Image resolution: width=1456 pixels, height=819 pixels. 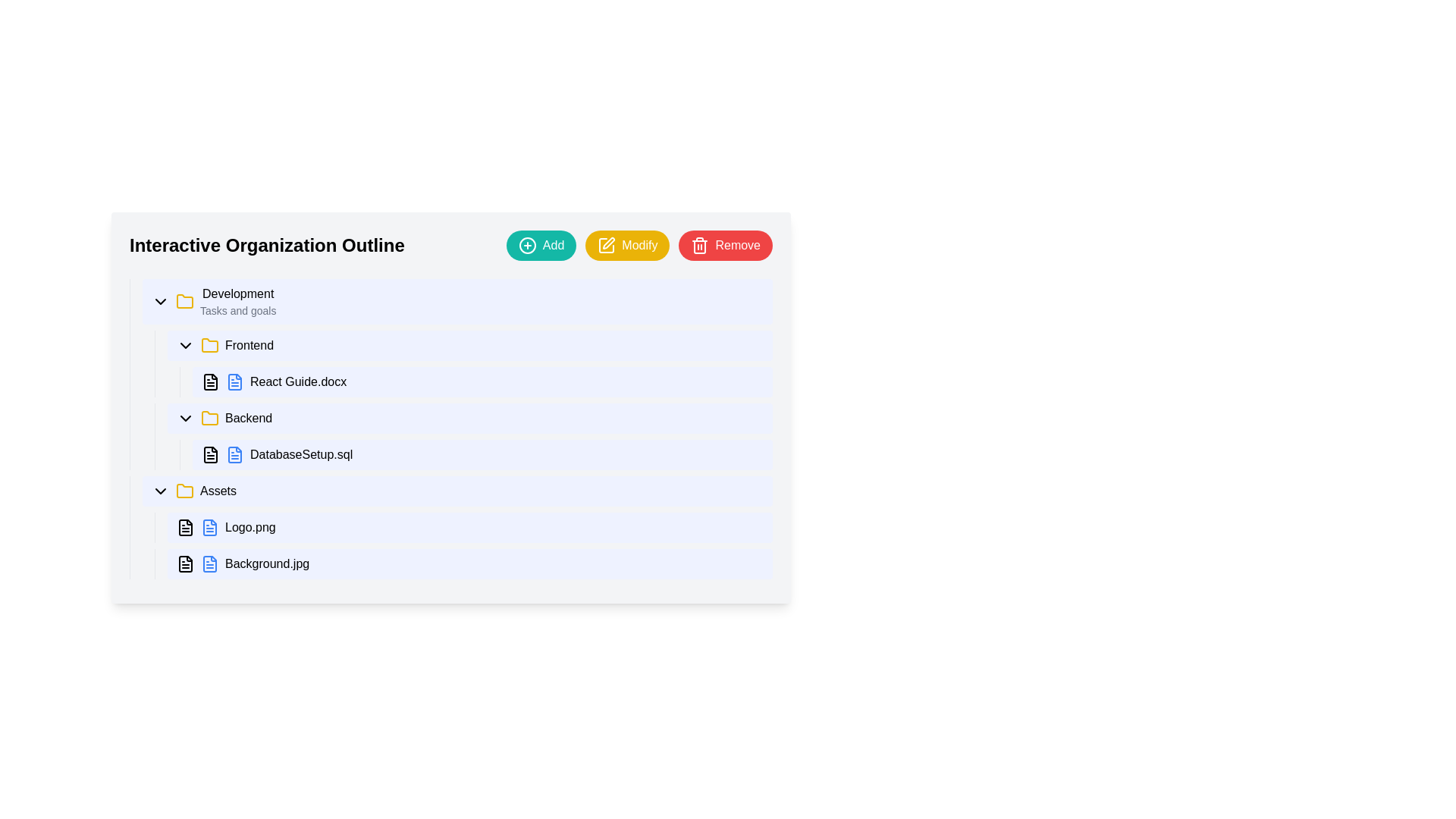 What do you see at coordinates (250, 526) in the screenshot?
I see `the text label displaying 'Logo.png', which is the third row under the folder 'Assets' in a list of files with a light indigo background` at bounding box center [250, 526].